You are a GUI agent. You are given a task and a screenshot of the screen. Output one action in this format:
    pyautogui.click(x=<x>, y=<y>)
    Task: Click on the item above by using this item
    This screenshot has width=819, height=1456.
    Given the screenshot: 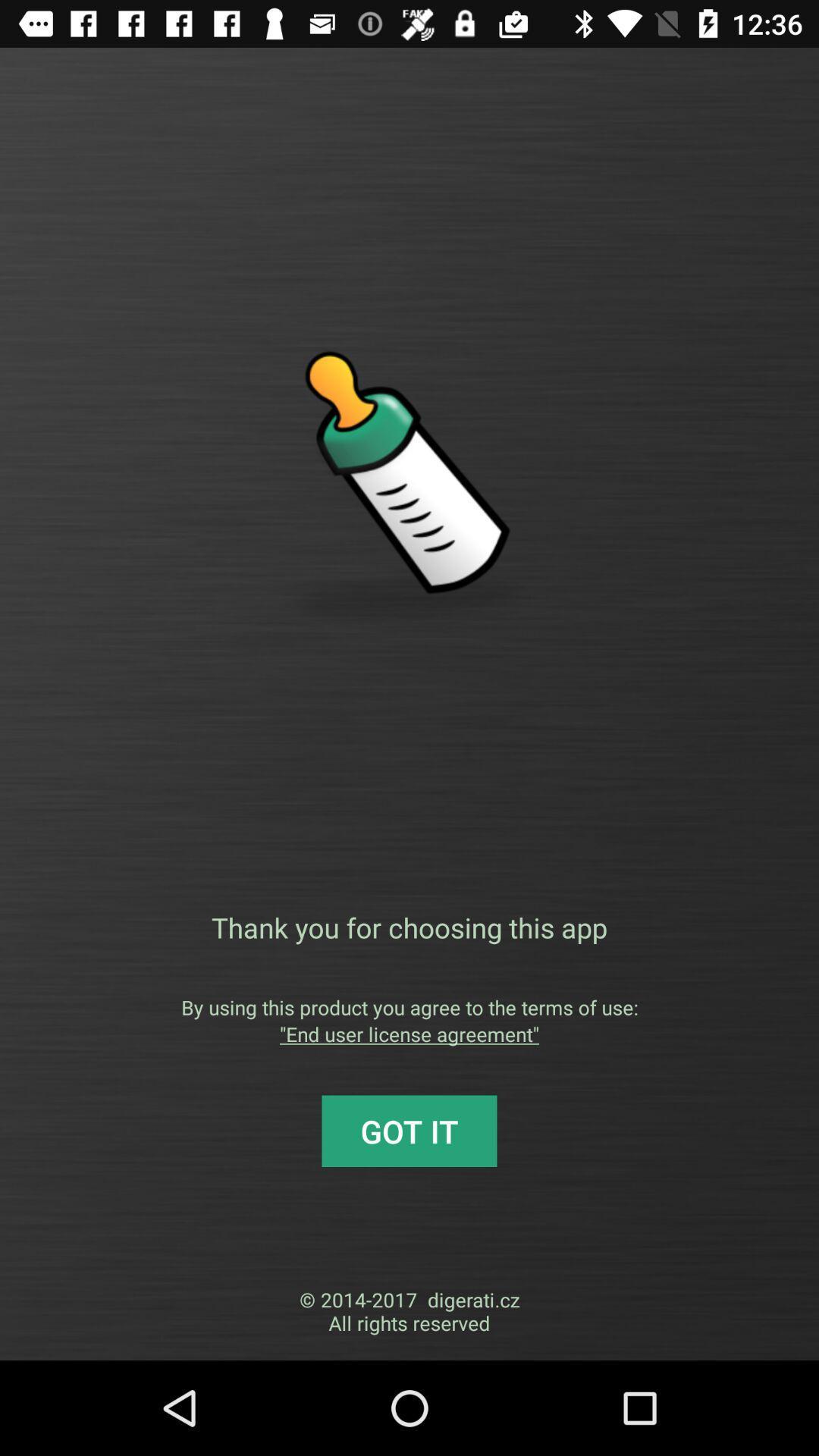 What is the action you would take?
    pyautogui.click(x=409, y=927)
    